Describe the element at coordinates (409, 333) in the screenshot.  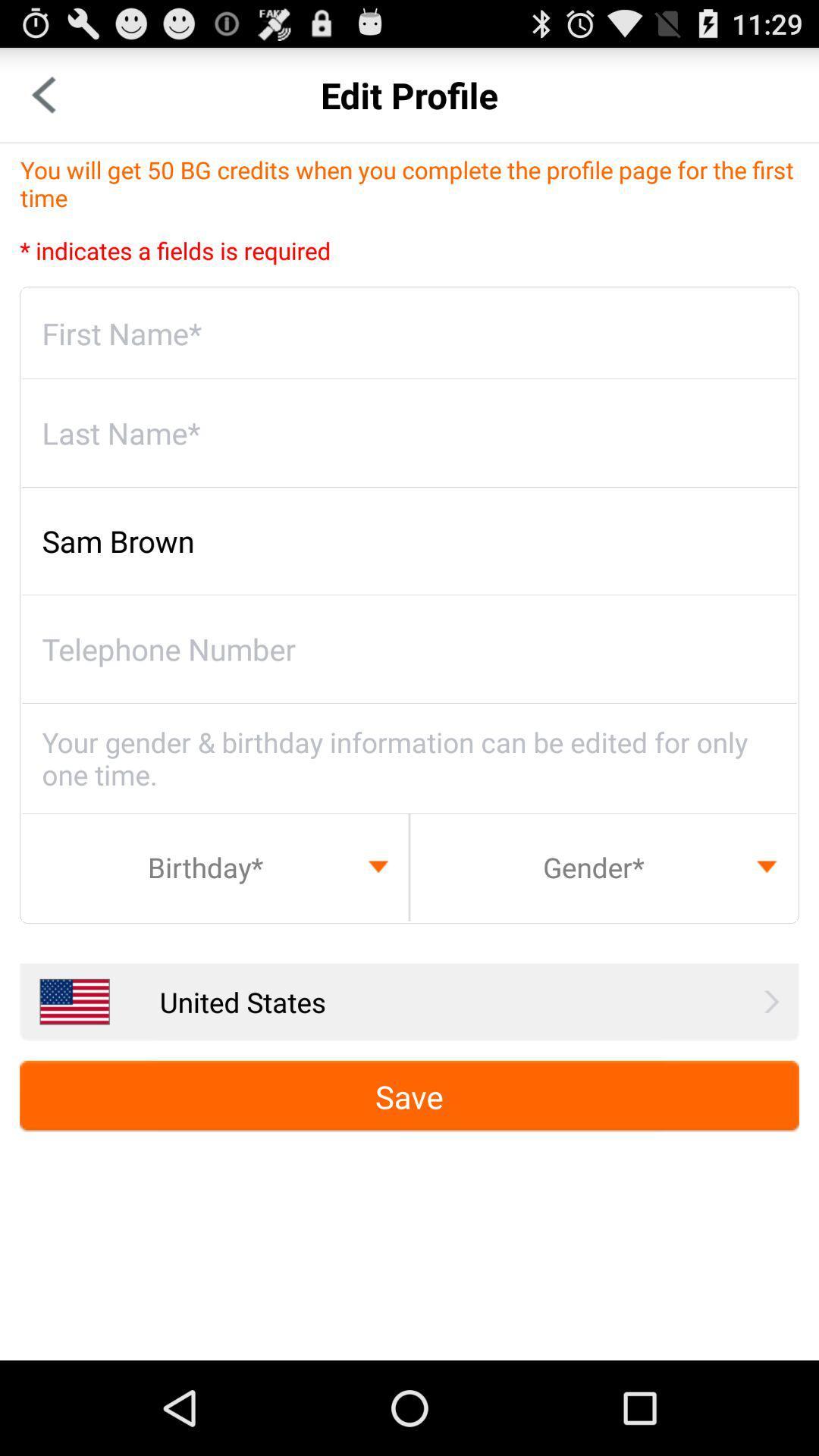
I see `your first name` at that location.